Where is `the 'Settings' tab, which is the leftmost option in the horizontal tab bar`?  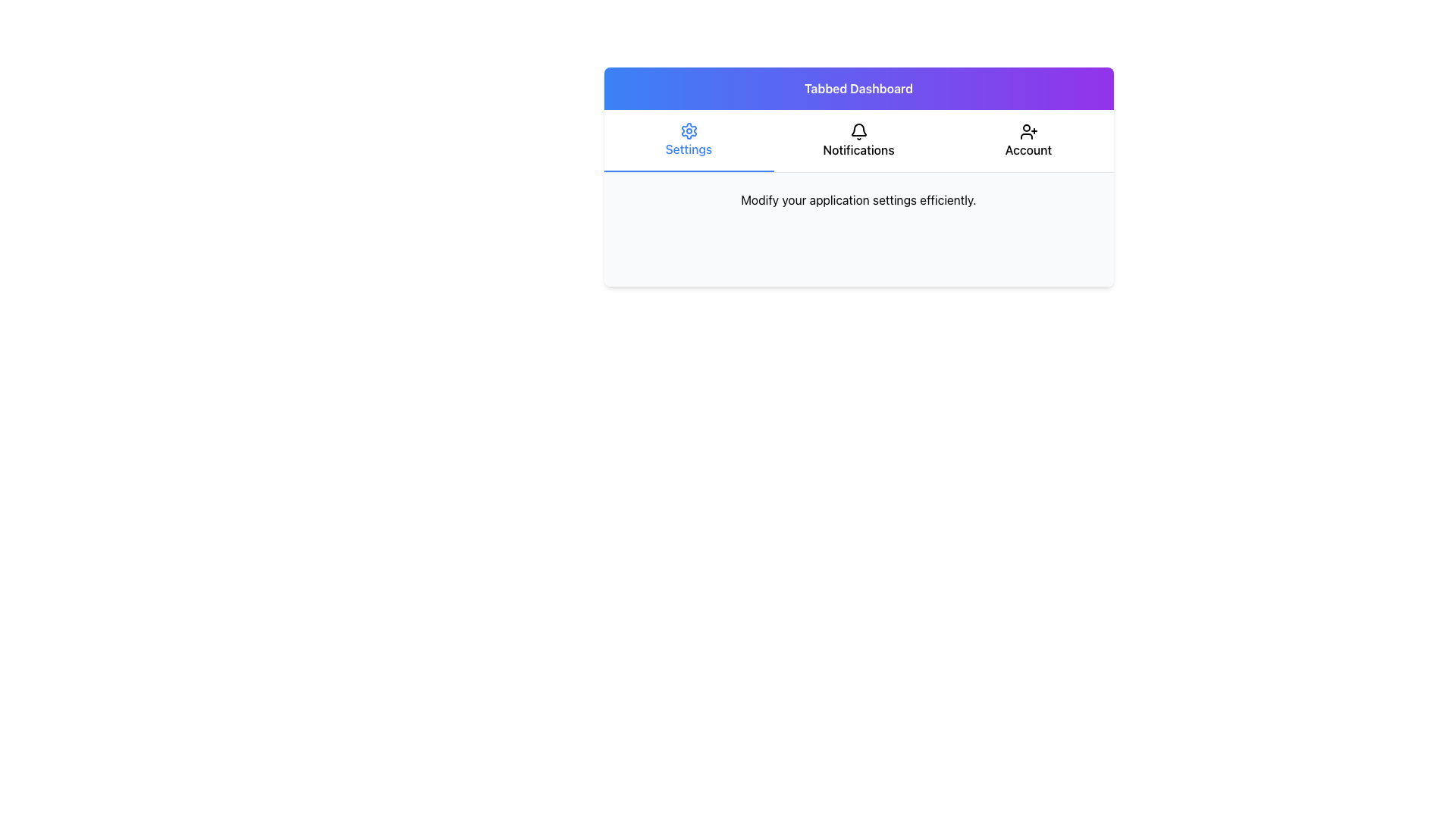
the 'Settings' tab, which is the leftmost option in the horizontal tab bar is located at coordinates (688, 140).